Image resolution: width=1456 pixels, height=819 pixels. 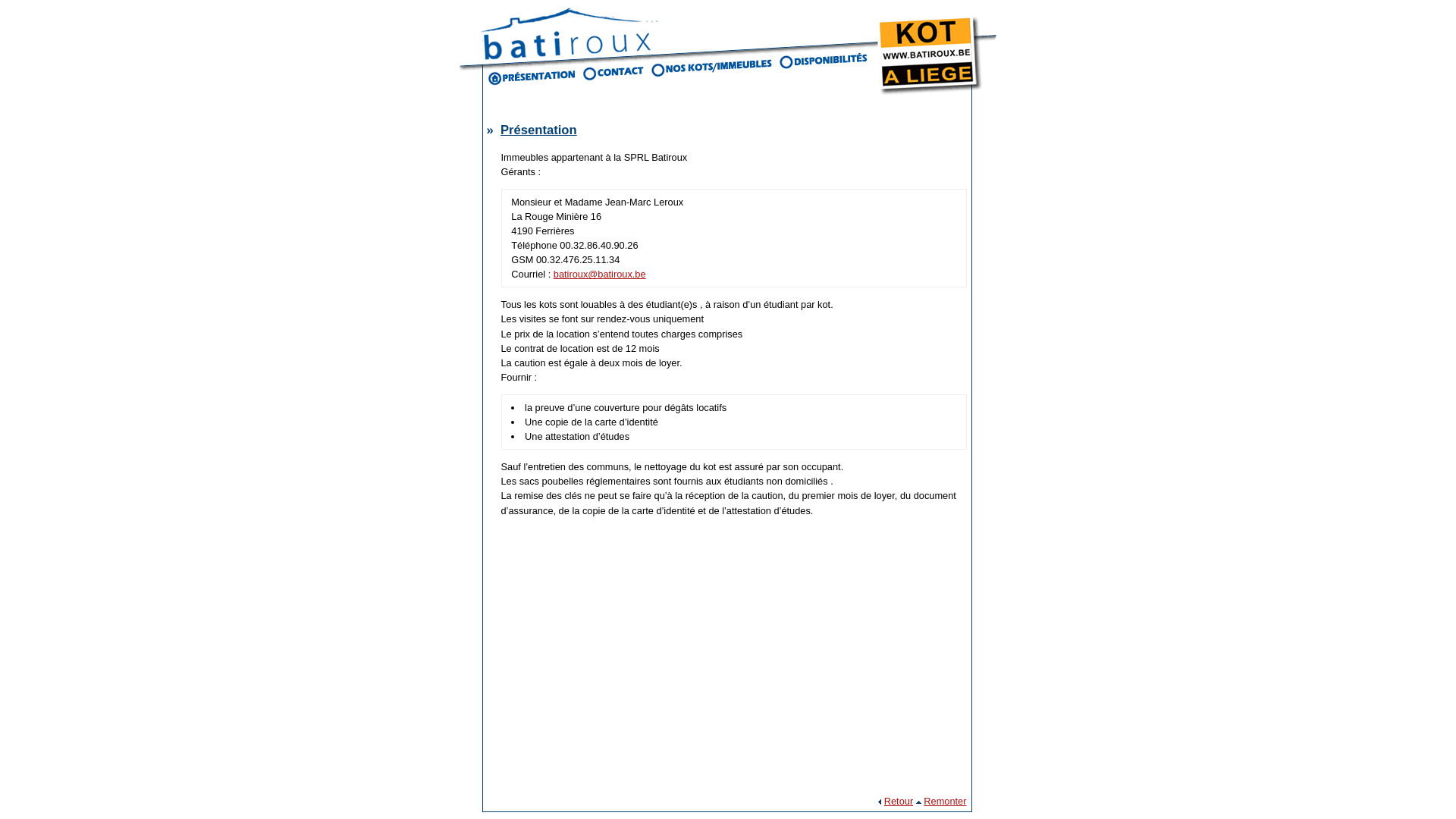 I want to click on 'Retour', so click(x=899, y=800).